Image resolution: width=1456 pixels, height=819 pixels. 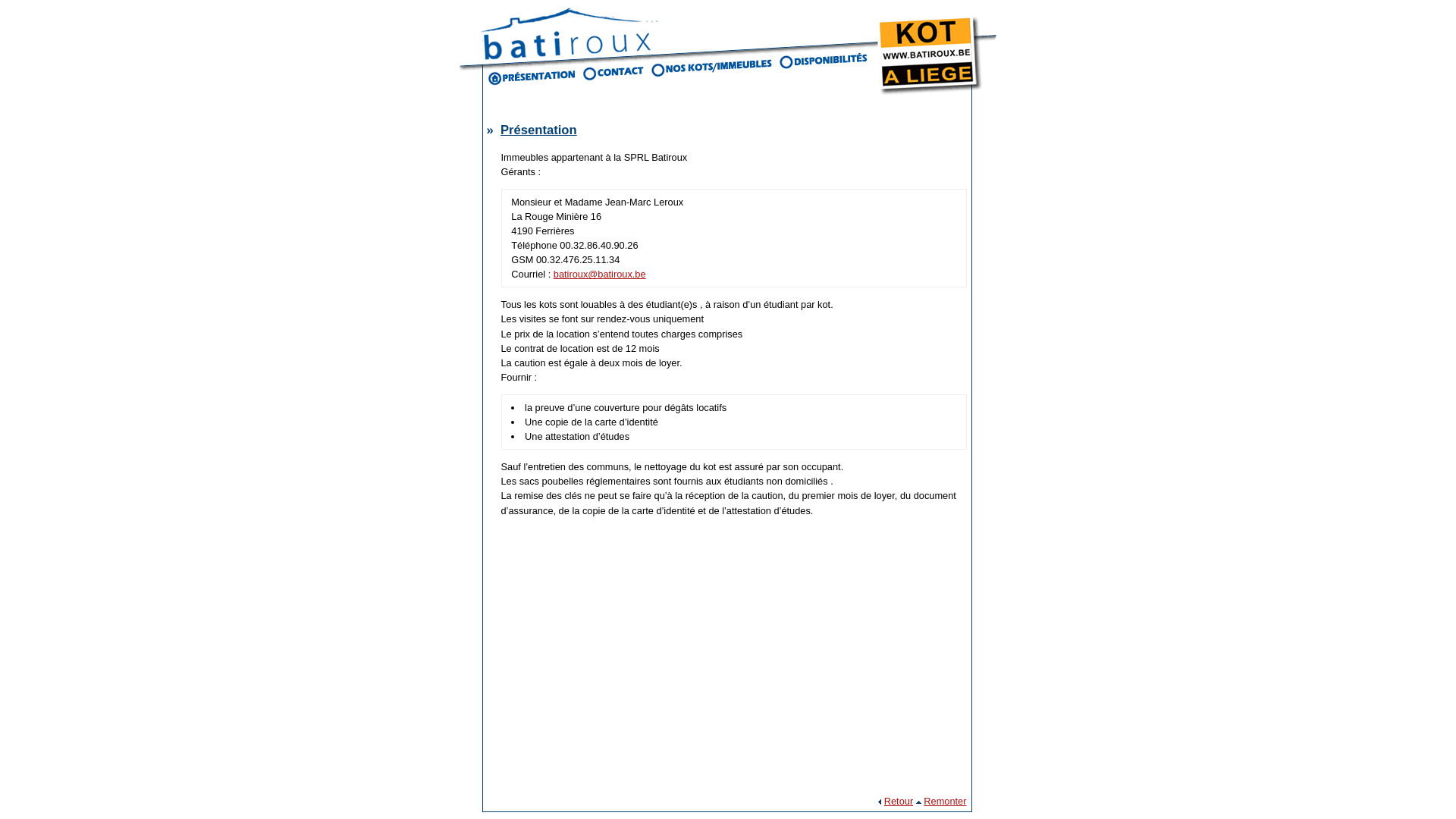 I want to click on 'Retour', so click(x=899, y=800).